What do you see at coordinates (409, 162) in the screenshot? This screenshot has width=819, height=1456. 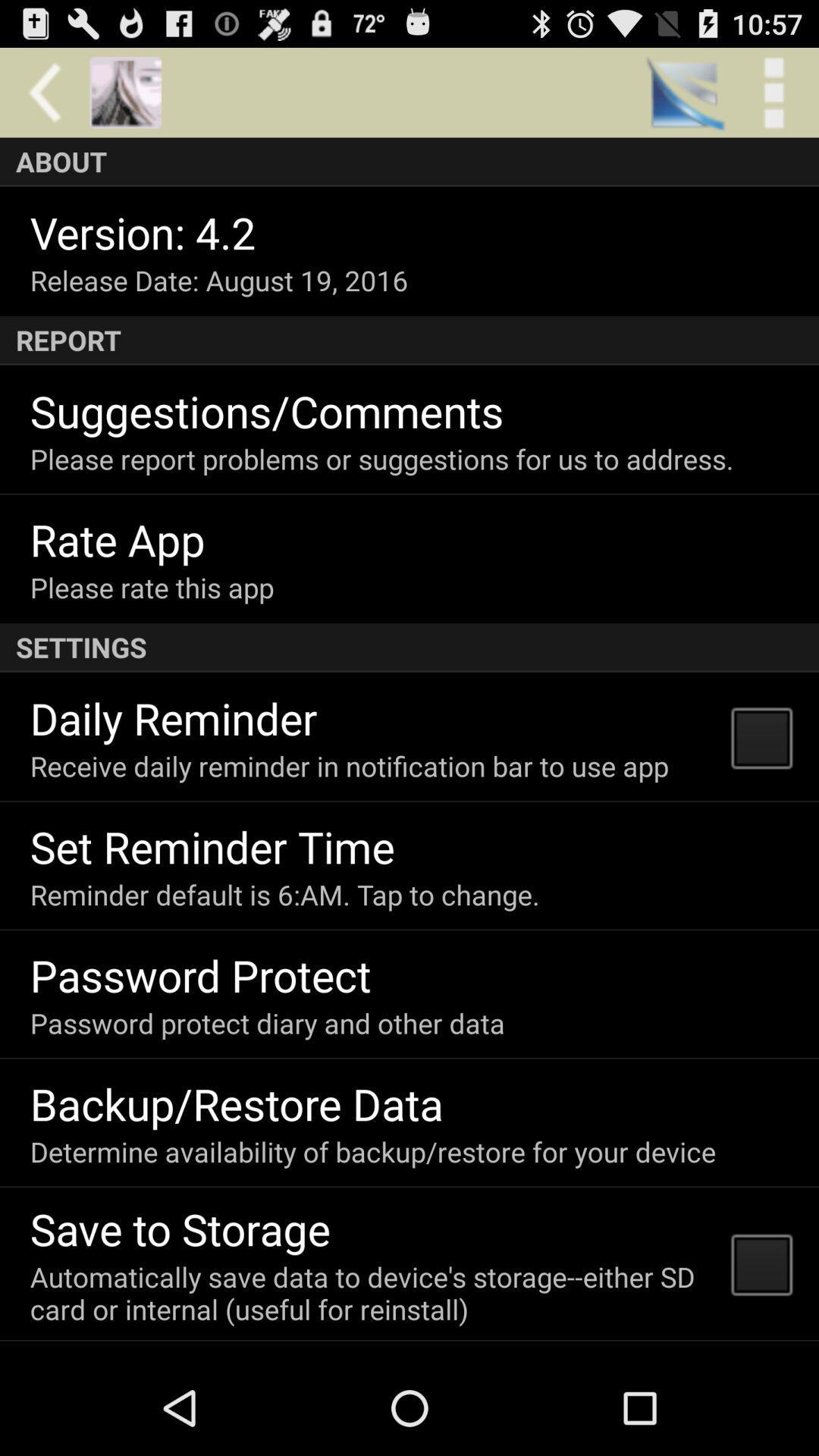 I see `the about` at bounding box center [409, 162].